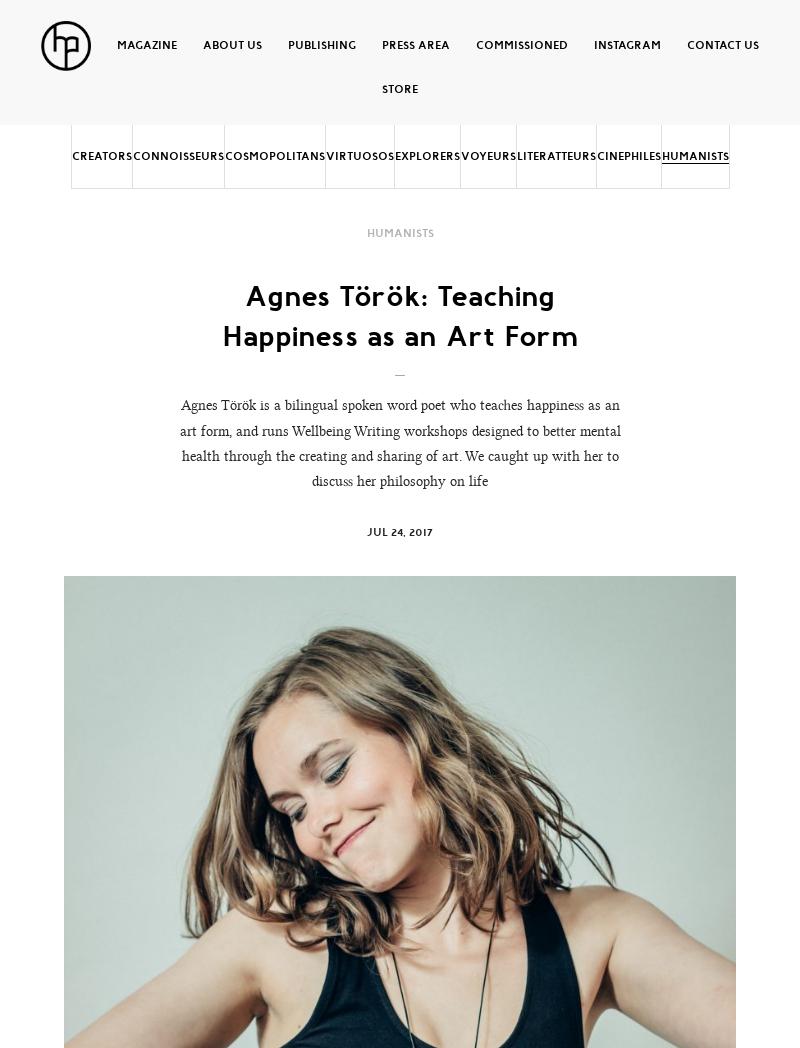 The width and height of the screenshot is (800, 1048). Describe the element at coordinates (555, 156) in the screenshot. I see `'Literatteurs'` at that location.